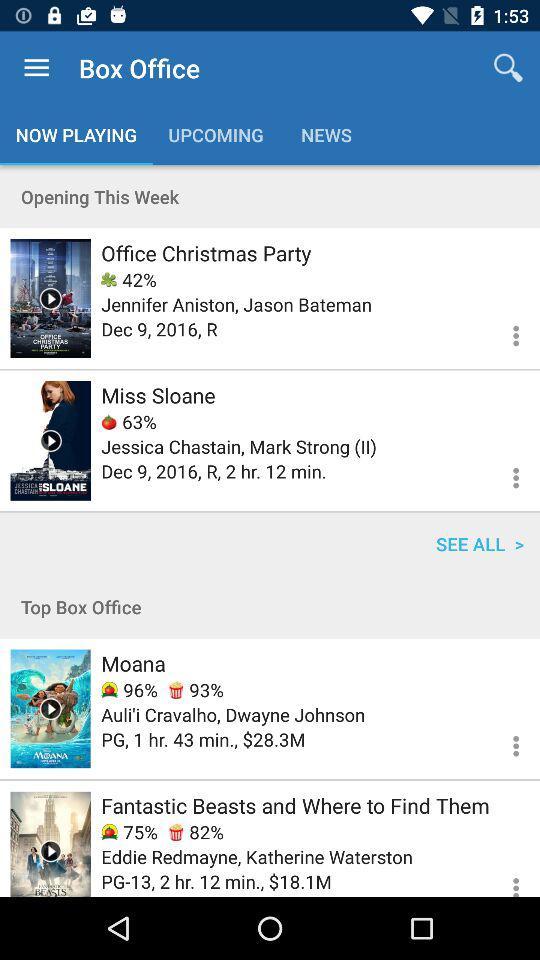 The image size is (540, 960). I want to click on trailer, so click(50, 440).